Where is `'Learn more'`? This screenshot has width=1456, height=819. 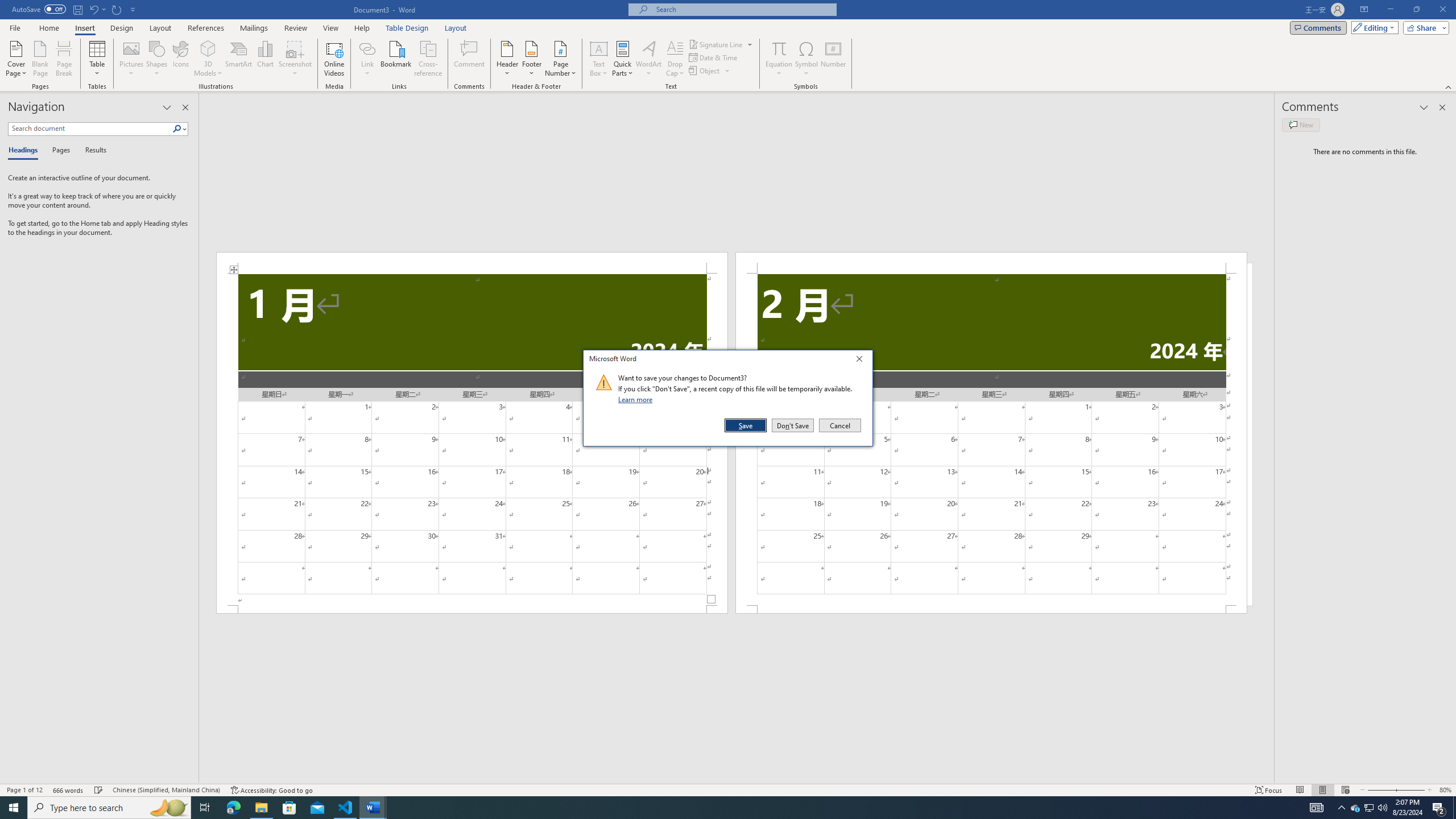
'Learn more' is located at coordinates (637, 399).